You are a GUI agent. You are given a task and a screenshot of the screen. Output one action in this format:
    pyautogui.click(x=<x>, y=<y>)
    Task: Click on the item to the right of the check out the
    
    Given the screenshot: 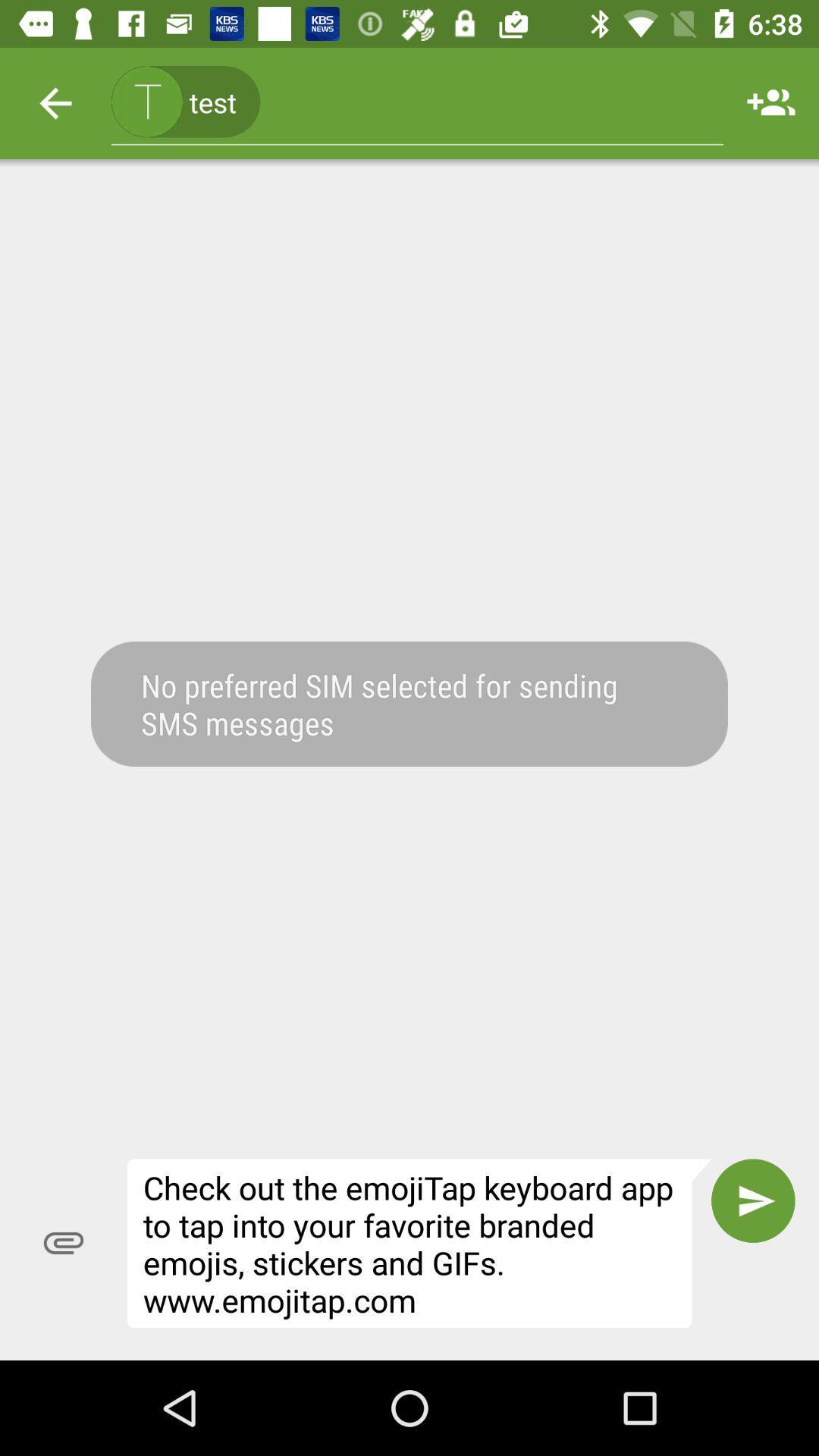 What is the action you would take?
    pyautogui.click(x=753, y=1200)
    